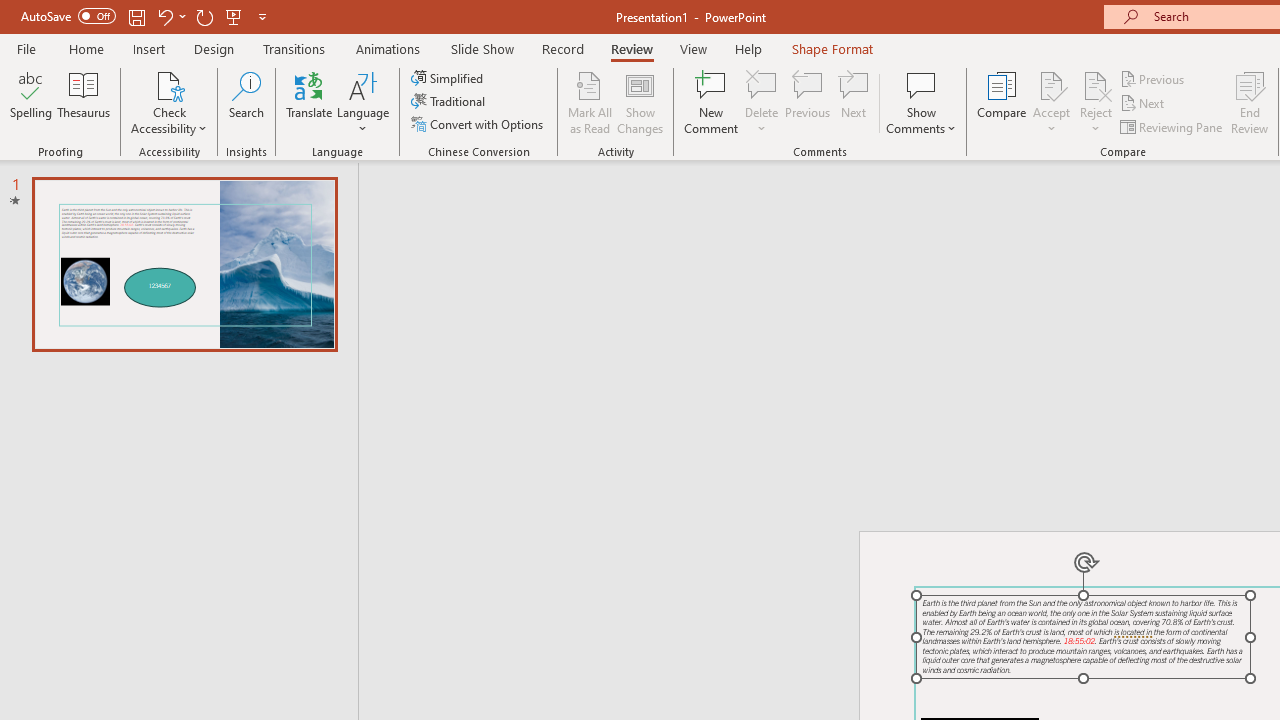 Image resolution: width=1280 pixels, height=720 pixels. Describe the element at coordinates (1173, 127) in the screenshot. I see `'Reviewing Pane'` at that location.